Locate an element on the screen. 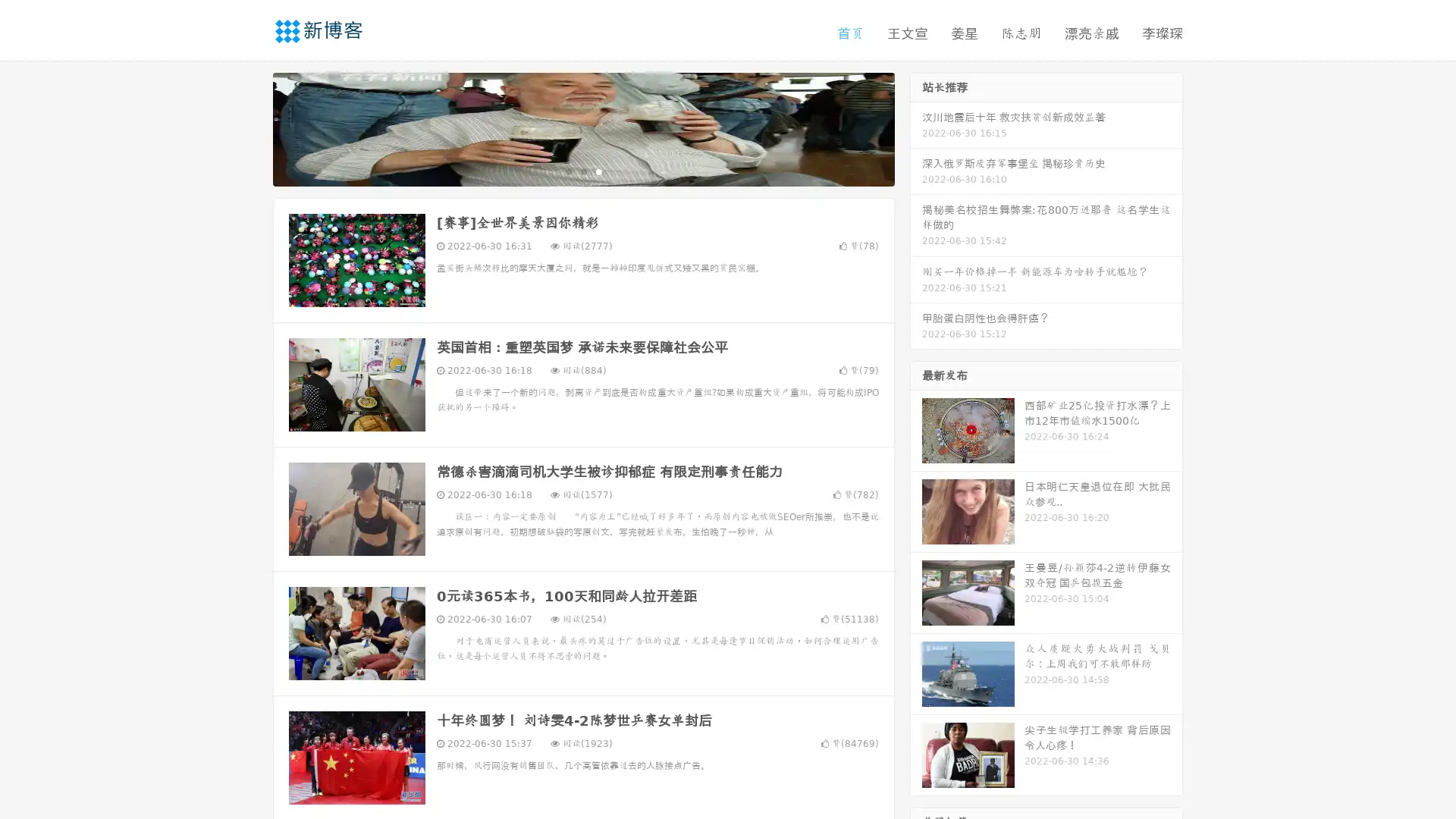 The height and width of the screenshot is (819, 1456). Go to slide 2 is located at coordinates (582, 171).